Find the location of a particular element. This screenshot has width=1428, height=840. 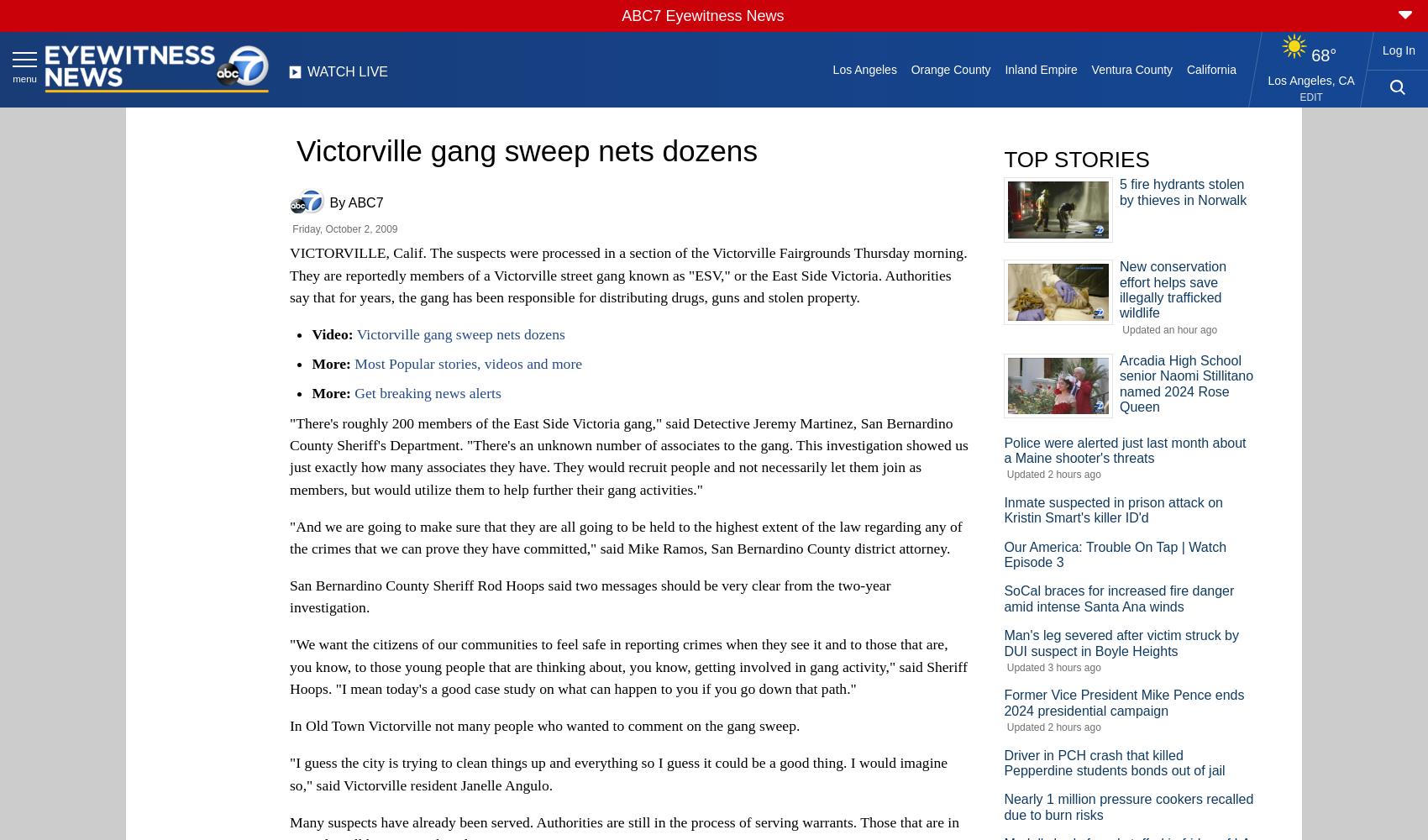

'Most Popular stories, videos and more' is located at coordinates (467, 364).